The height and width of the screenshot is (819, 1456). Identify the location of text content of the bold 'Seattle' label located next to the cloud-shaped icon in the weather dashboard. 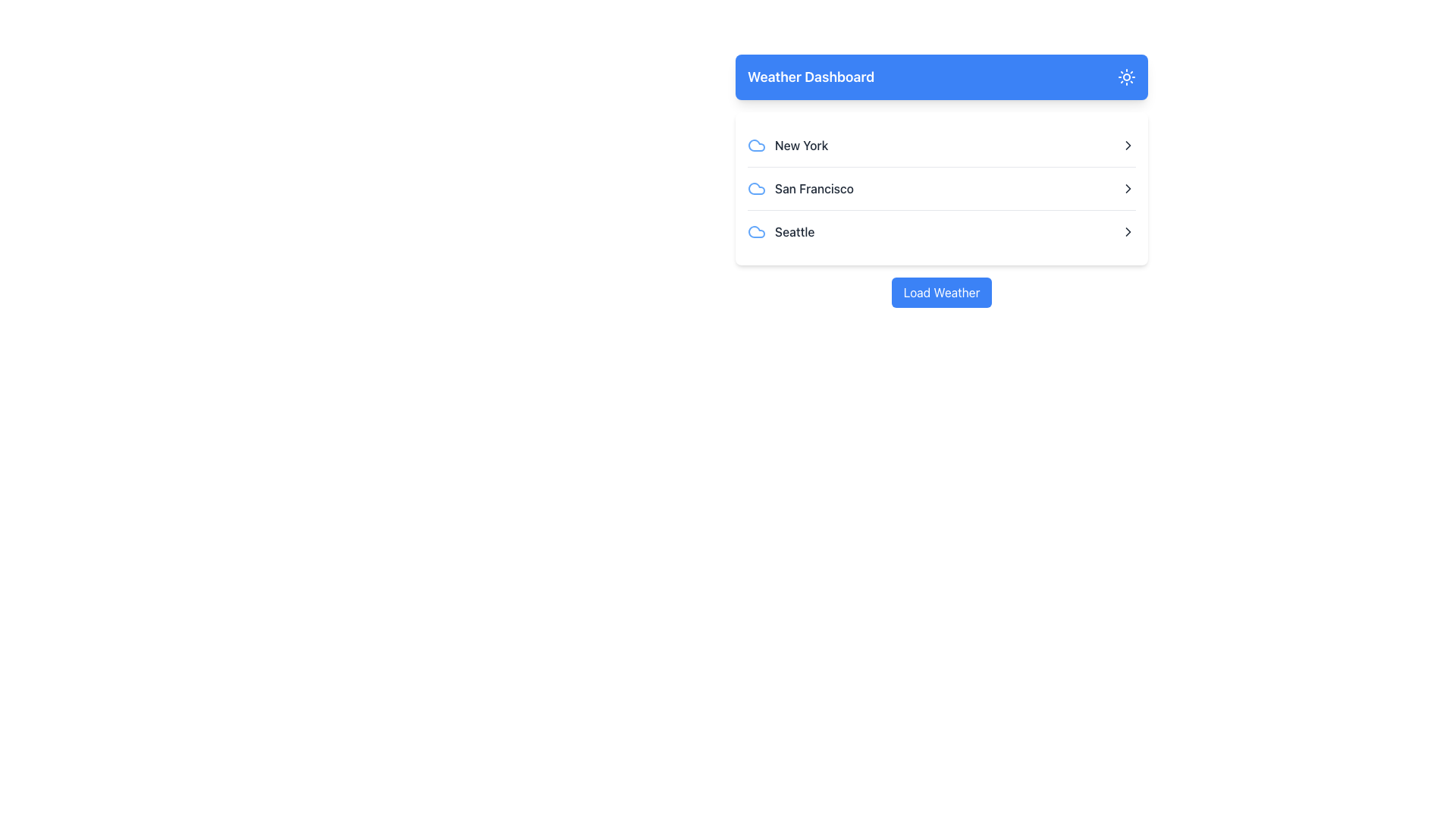
(781, 231).